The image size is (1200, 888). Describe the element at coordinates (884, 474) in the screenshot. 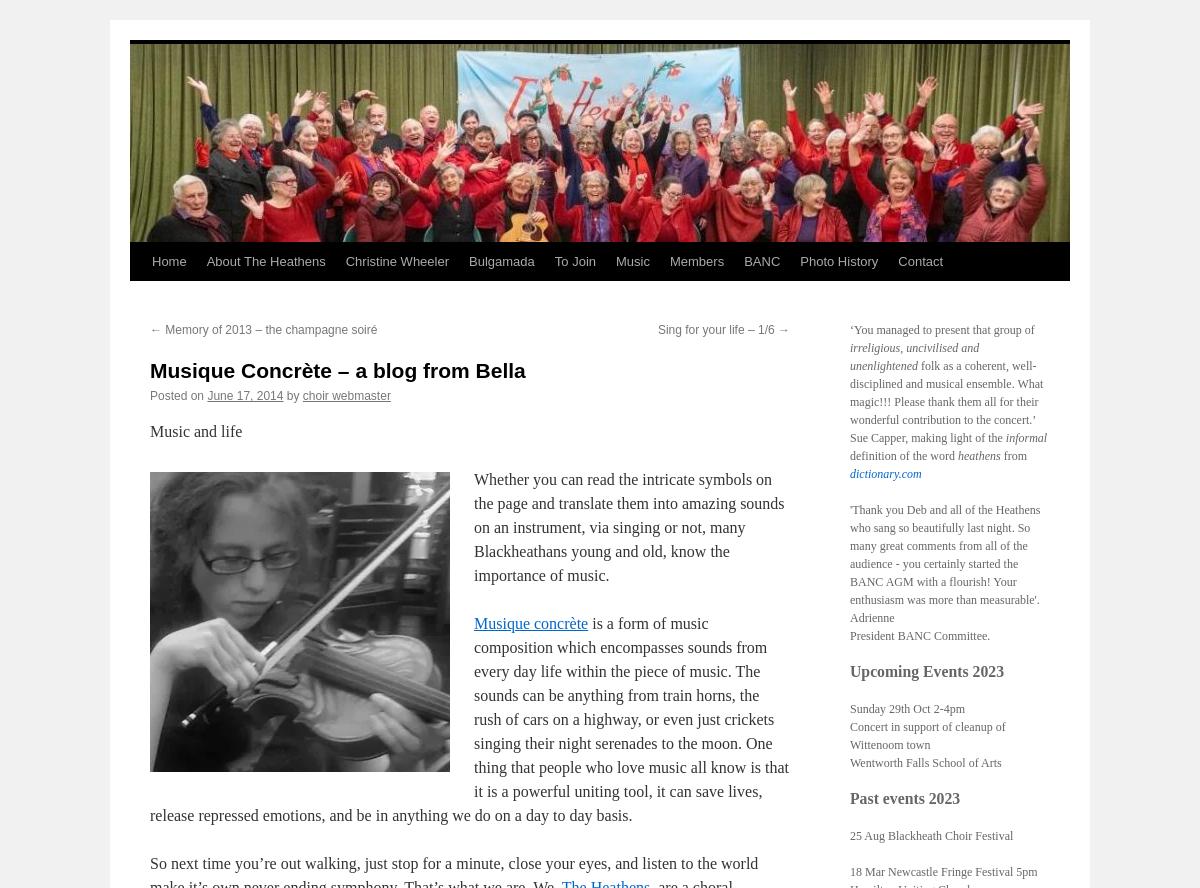

I see `'dictionary.com'` at that location.